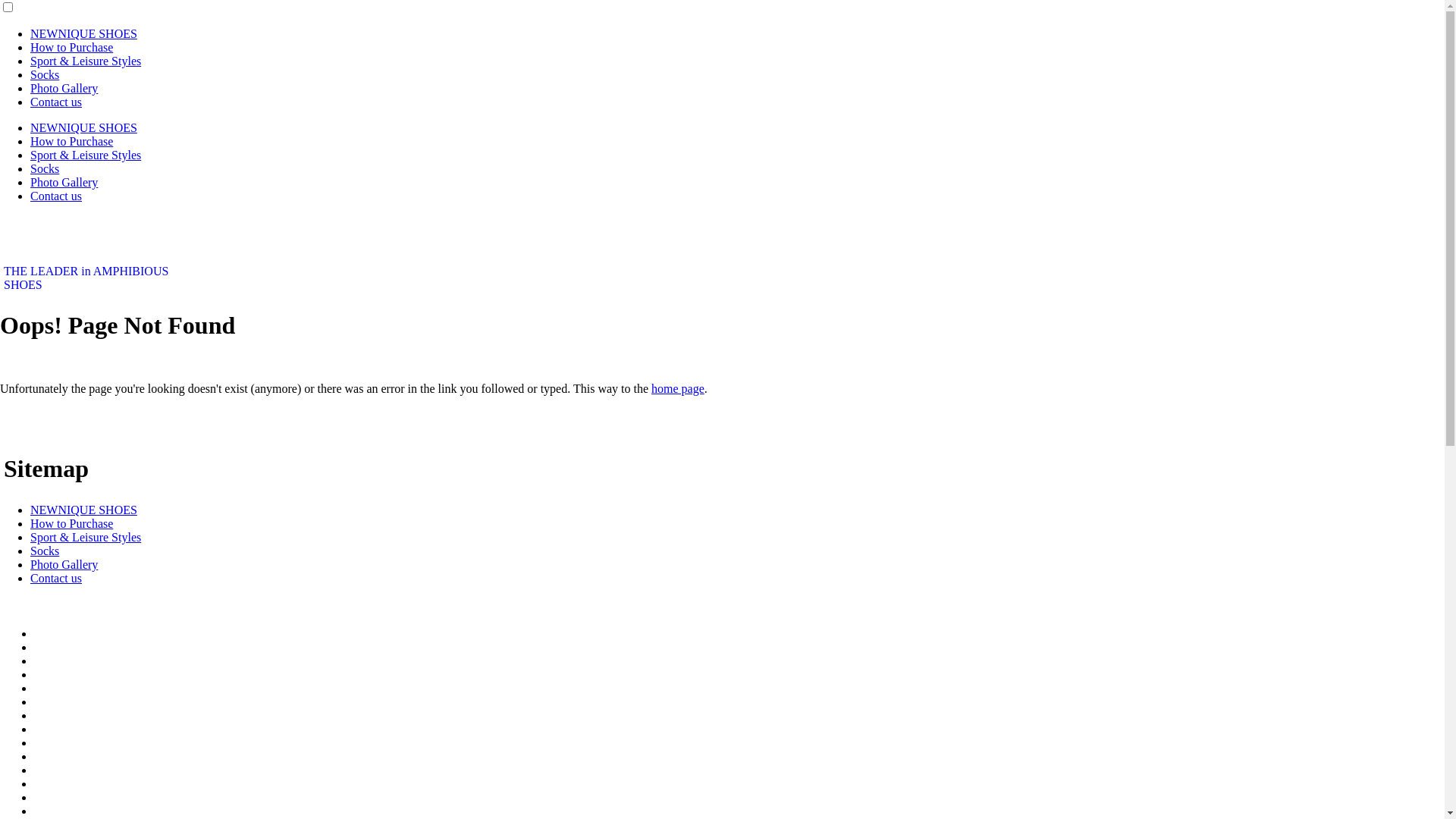 This screenshot has height=819, width=1456. Describe the element at coordinates (63, 88) in the screenshot. I see `'Photo Gallery'` at that location.